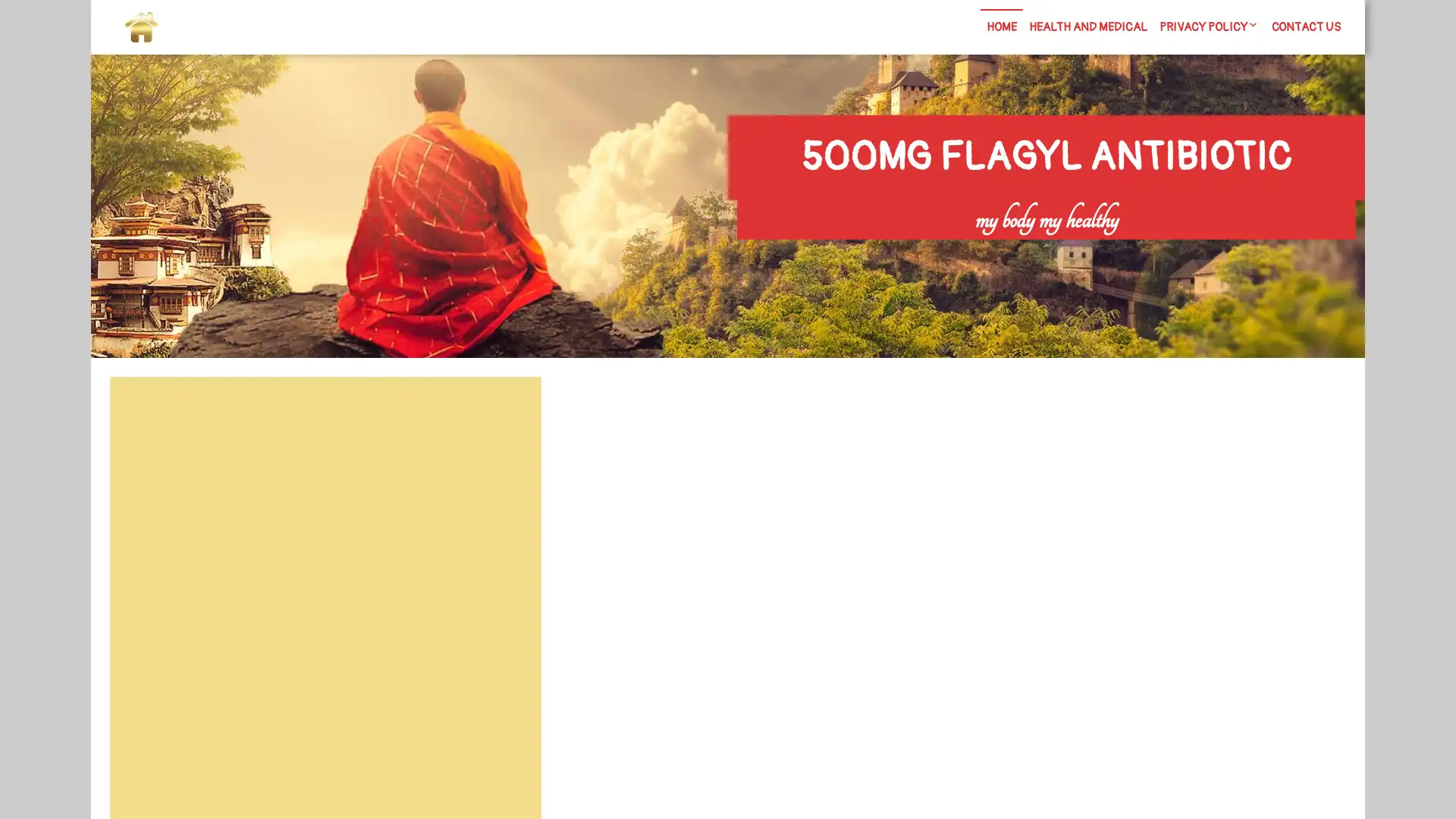  What do you see at coordinates (1181, 248) in the screenshot?
I see `Search` at bounding box center [1181, 248].